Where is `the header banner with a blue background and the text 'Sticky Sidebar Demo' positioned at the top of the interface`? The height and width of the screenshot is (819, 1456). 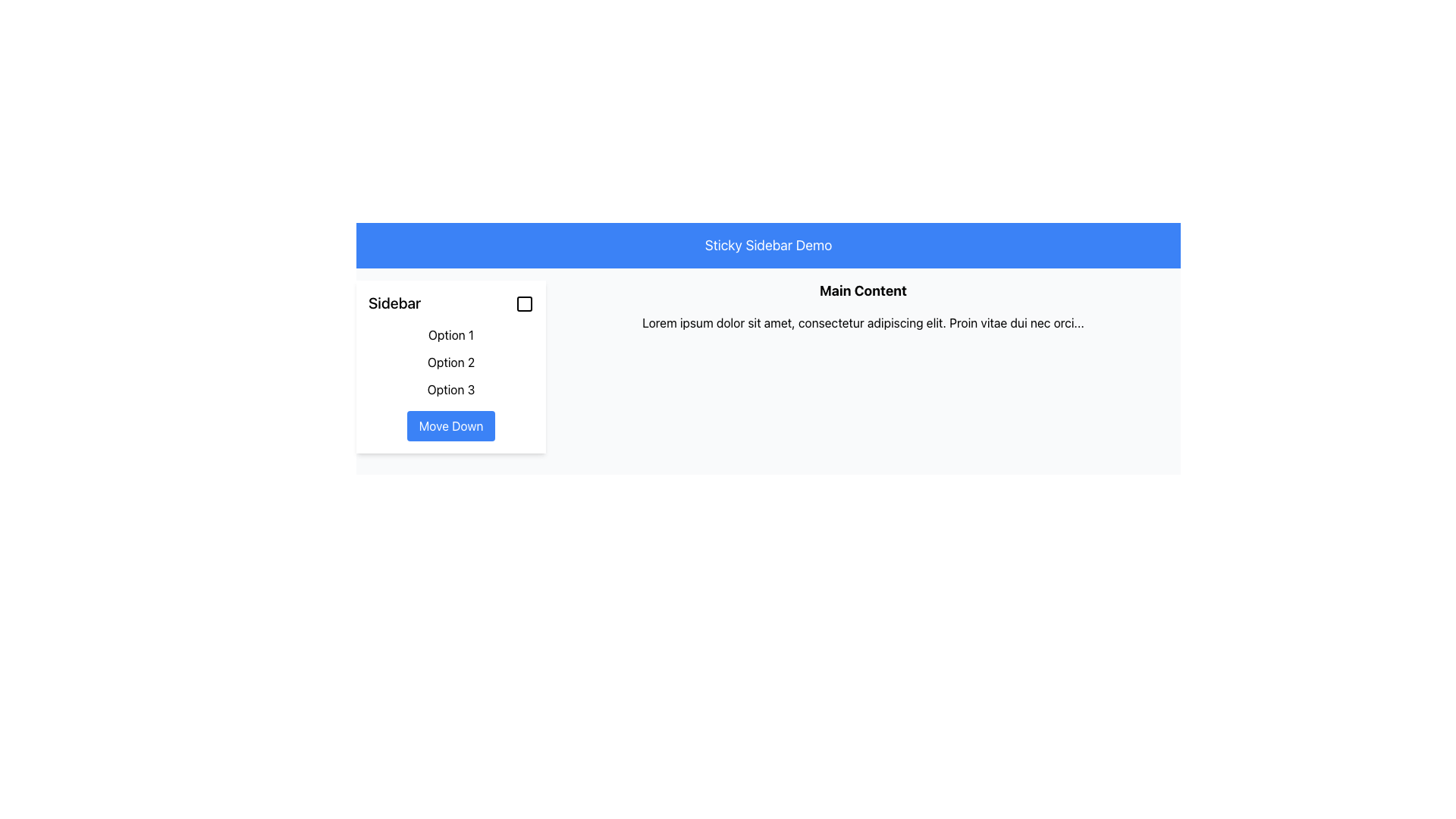
the header banner with a blue background and the text 'Sticky Sidebar Demo' positioned at the top of the interface is located at coordinates (768, 245).